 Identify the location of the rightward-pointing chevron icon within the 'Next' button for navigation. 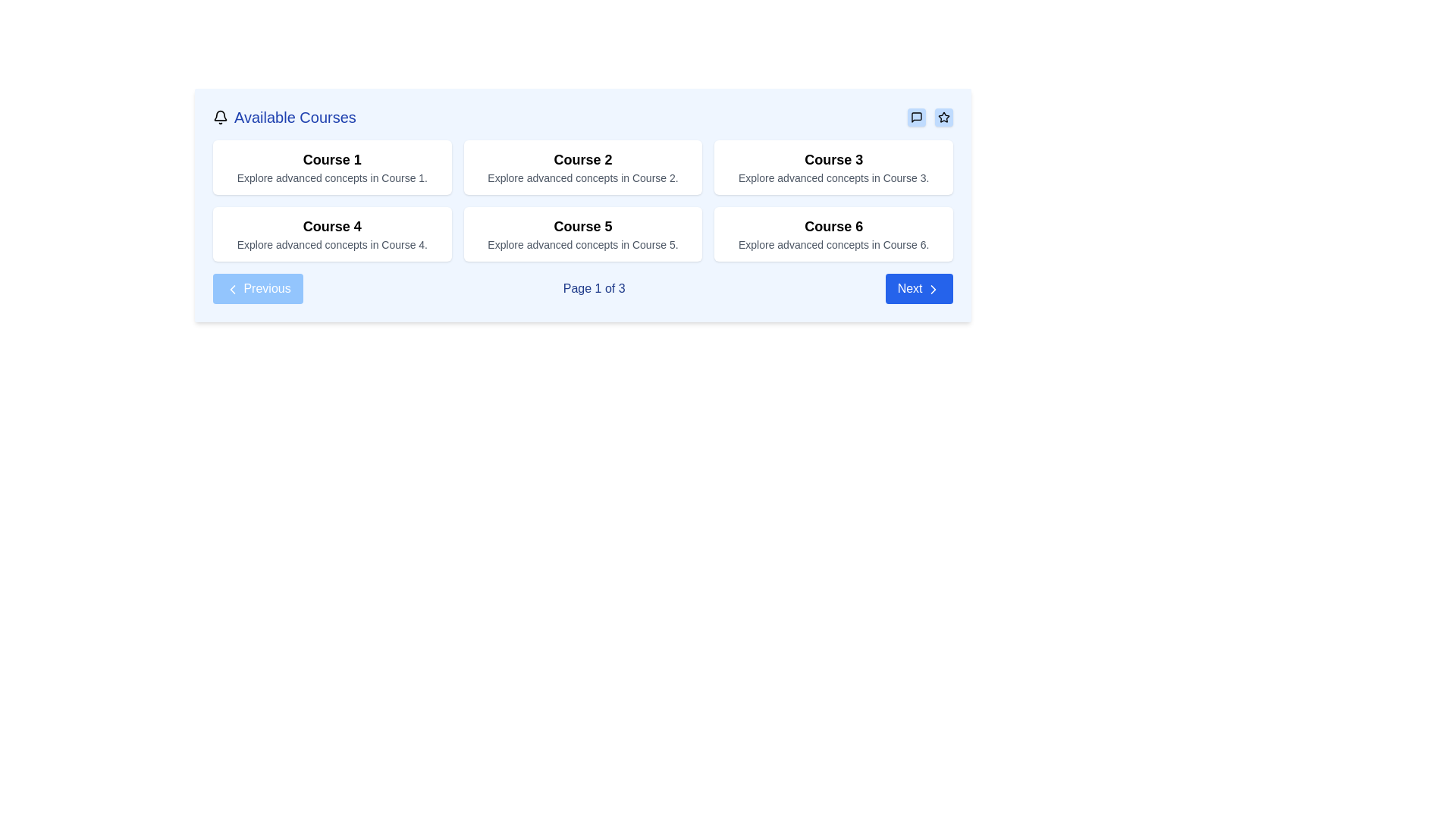
(932, 289).